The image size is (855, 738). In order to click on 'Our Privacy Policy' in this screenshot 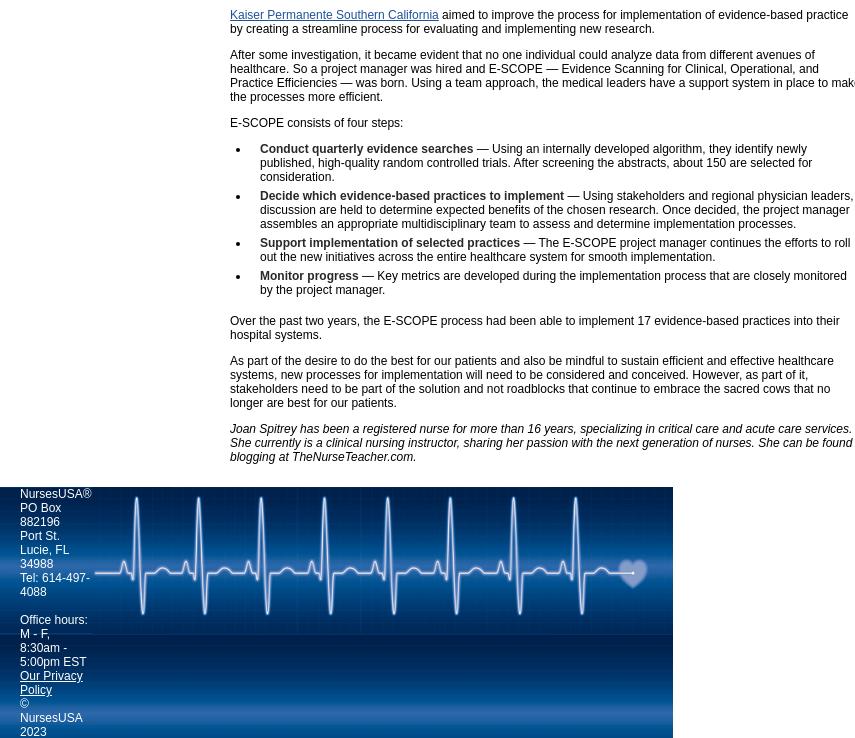, I will do `click(49, 682)`.